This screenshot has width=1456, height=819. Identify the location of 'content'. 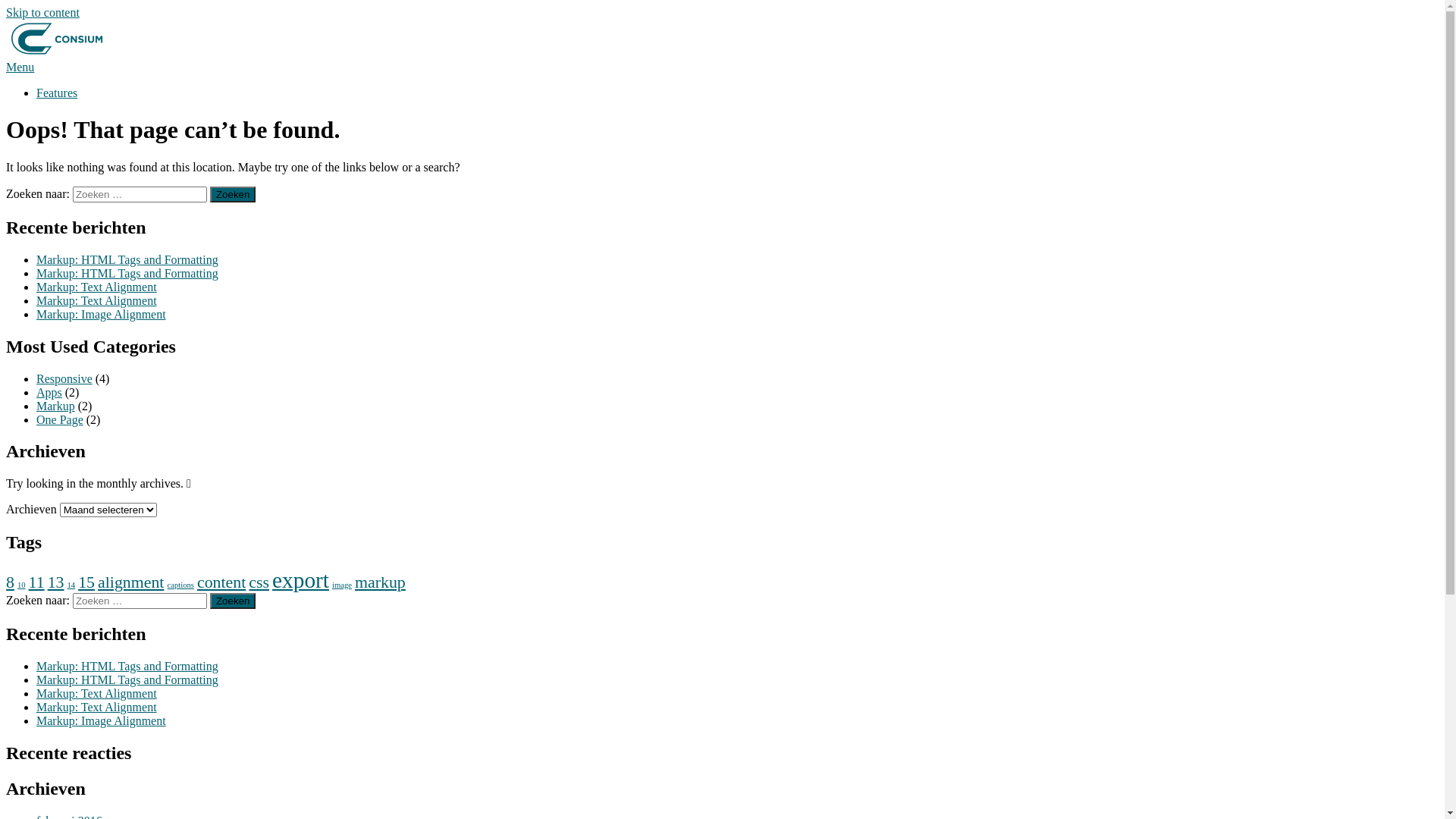
(221, 581).